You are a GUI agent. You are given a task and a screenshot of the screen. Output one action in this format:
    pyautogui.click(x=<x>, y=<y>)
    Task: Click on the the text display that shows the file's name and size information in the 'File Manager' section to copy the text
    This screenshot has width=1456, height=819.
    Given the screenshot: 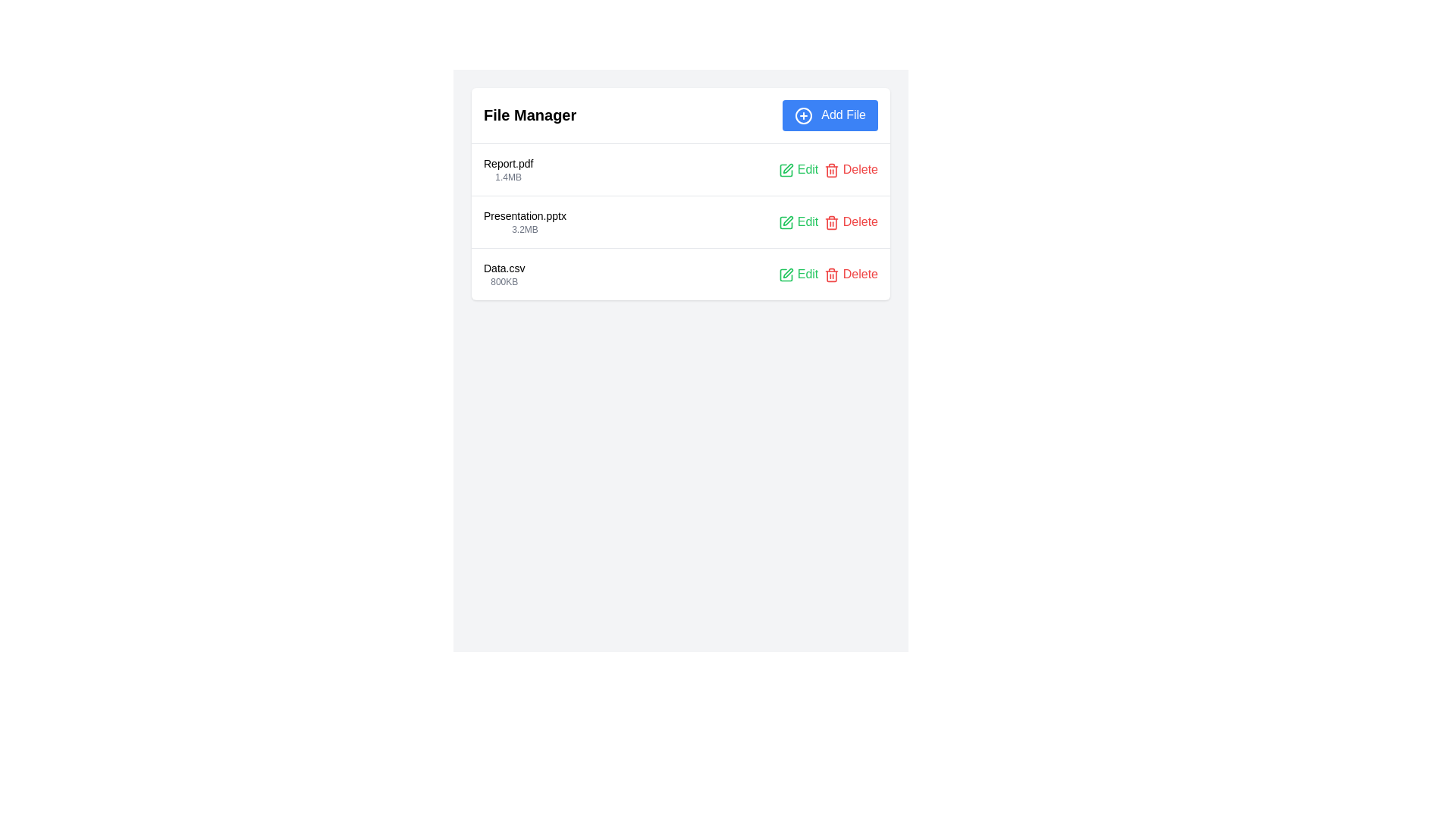 What is the action you would take?
    pyautogui.click(x=508, y=169)
    